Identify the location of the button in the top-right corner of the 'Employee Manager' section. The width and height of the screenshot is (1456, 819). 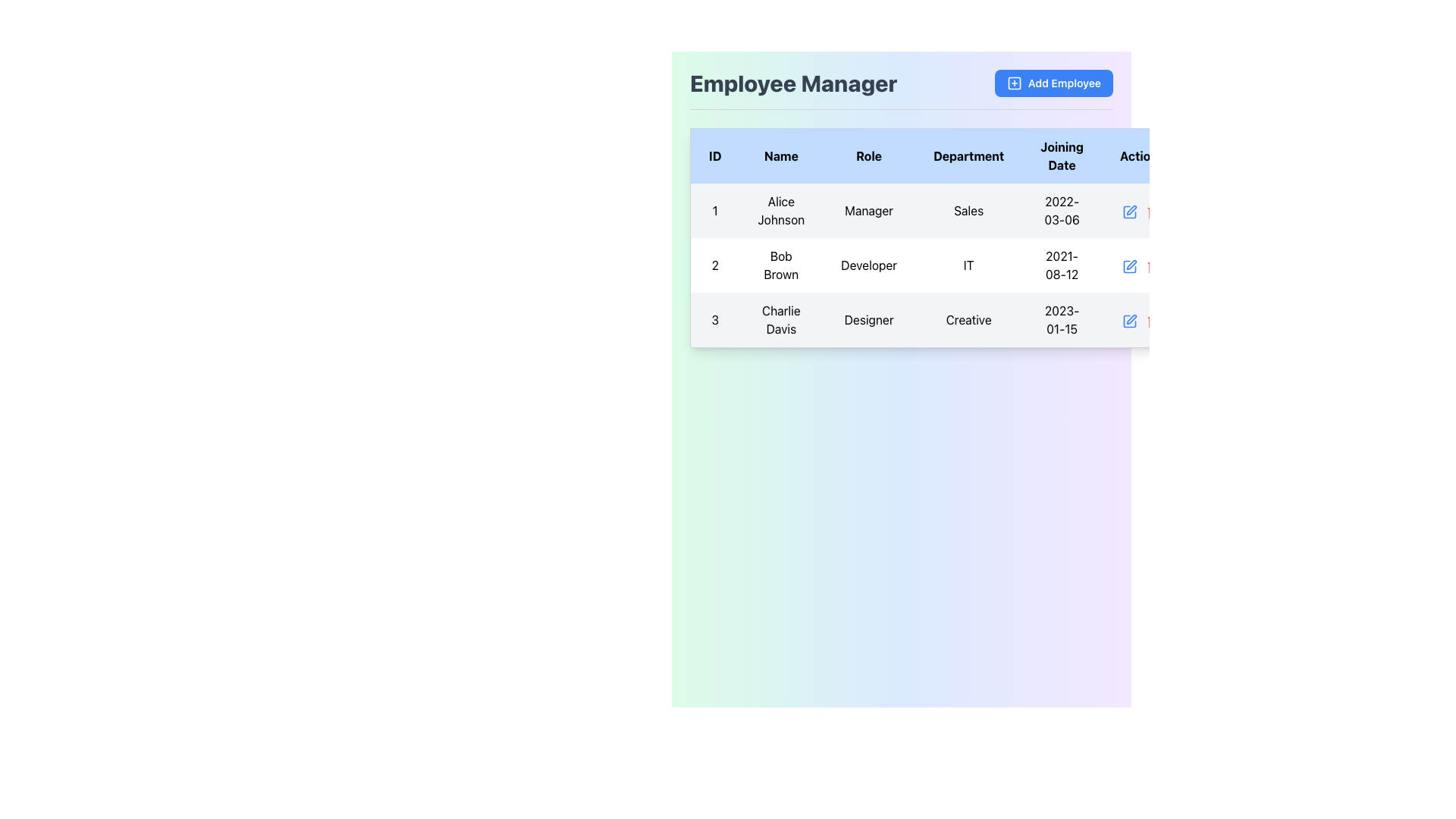
(1053, 83).